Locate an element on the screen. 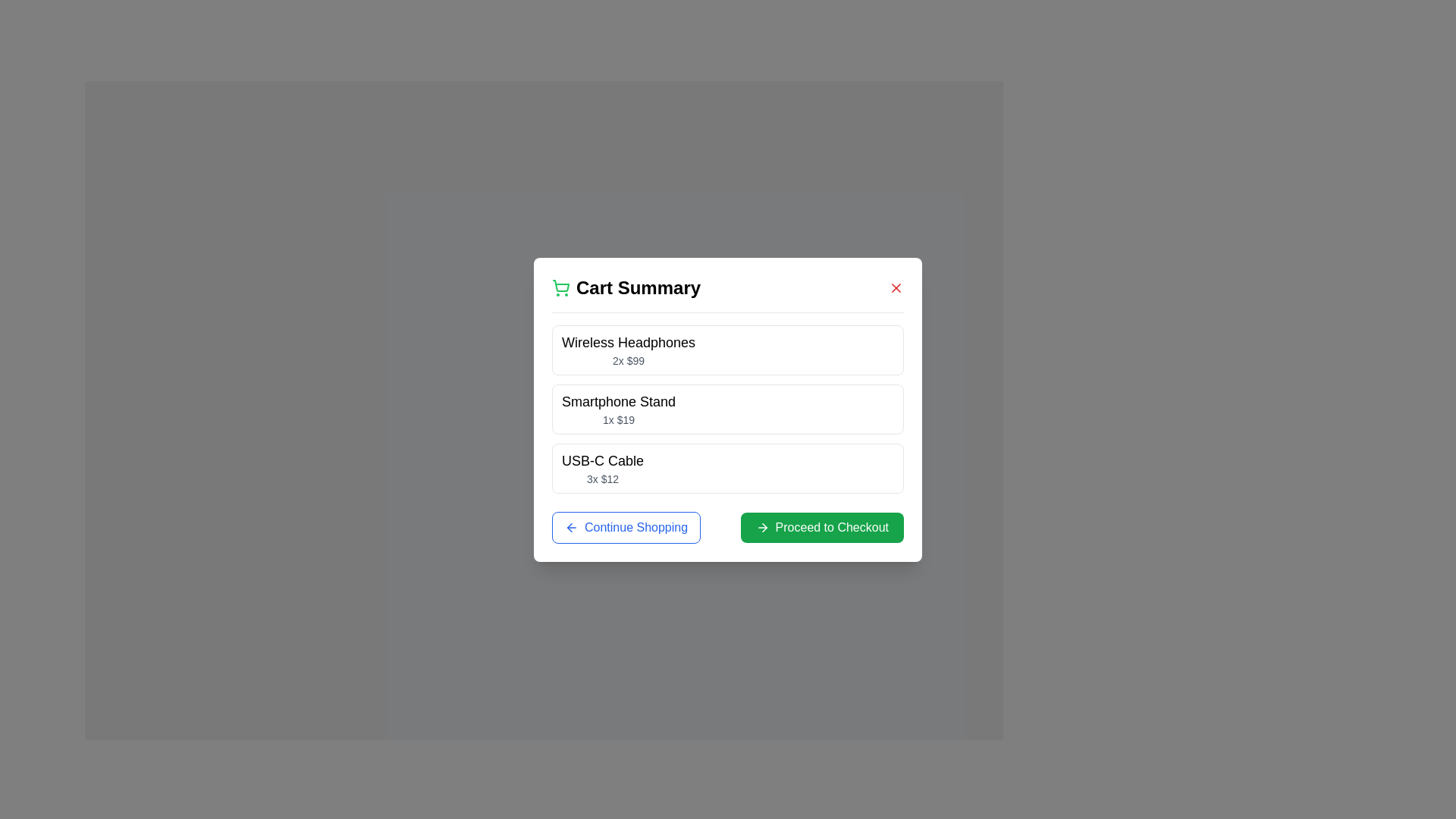 Image resolution: width=1456 pixels, height=819 pixels. the 'Wireless Headphones' text display element in the Cart Summary section, which includes the pricing details on the second line is located at coordinates (629, 350).